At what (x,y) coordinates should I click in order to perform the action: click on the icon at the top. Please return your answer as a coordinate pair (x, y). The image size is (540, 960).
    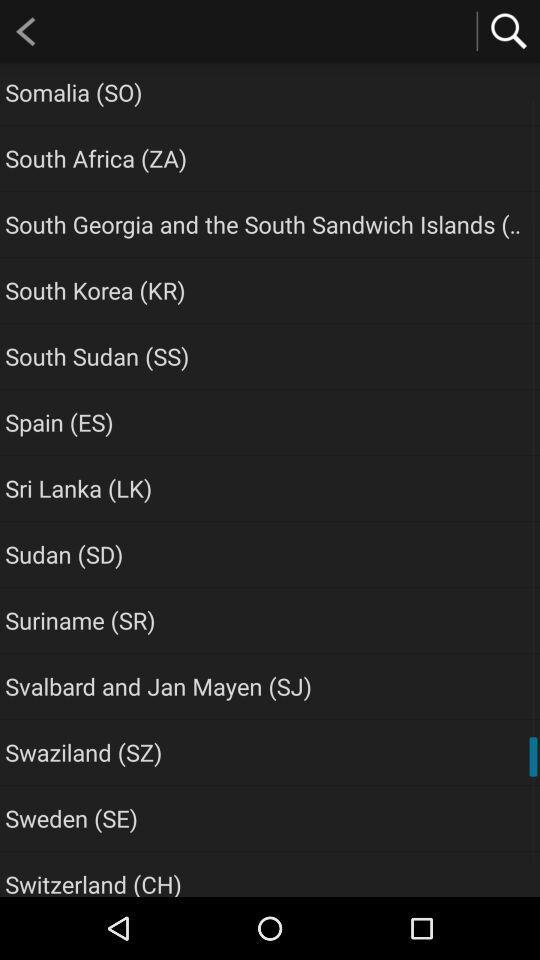
    Looking at the image, I should click on (266, 224).